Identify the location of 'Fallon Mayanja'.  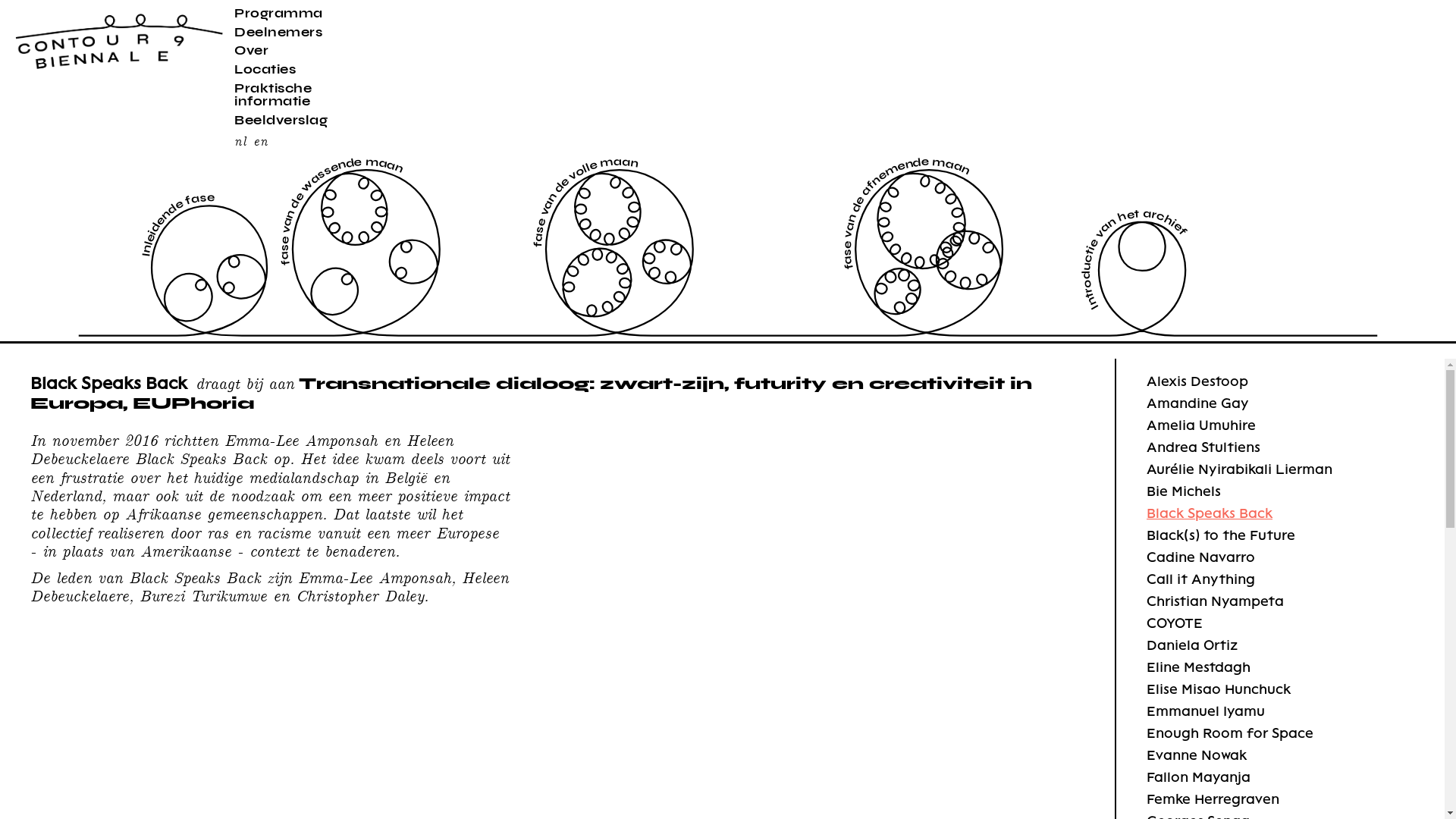
(1197, 777).